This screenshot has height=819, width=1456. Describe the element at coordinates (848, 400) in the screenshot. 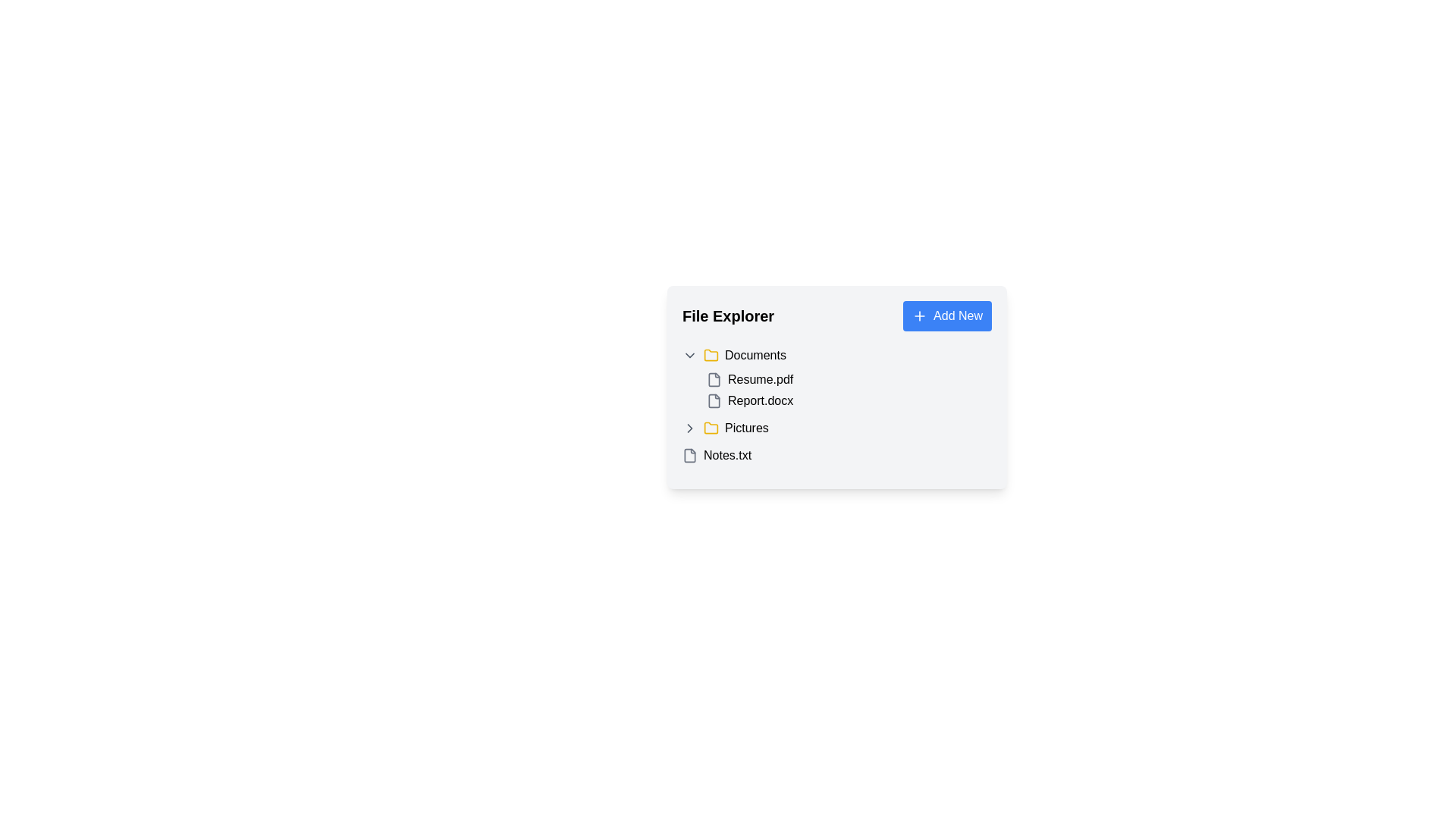

I see `to select the file list item displaying the filename 'Report.docx' in the 'Documents' folder of the File Explorer` at that location.